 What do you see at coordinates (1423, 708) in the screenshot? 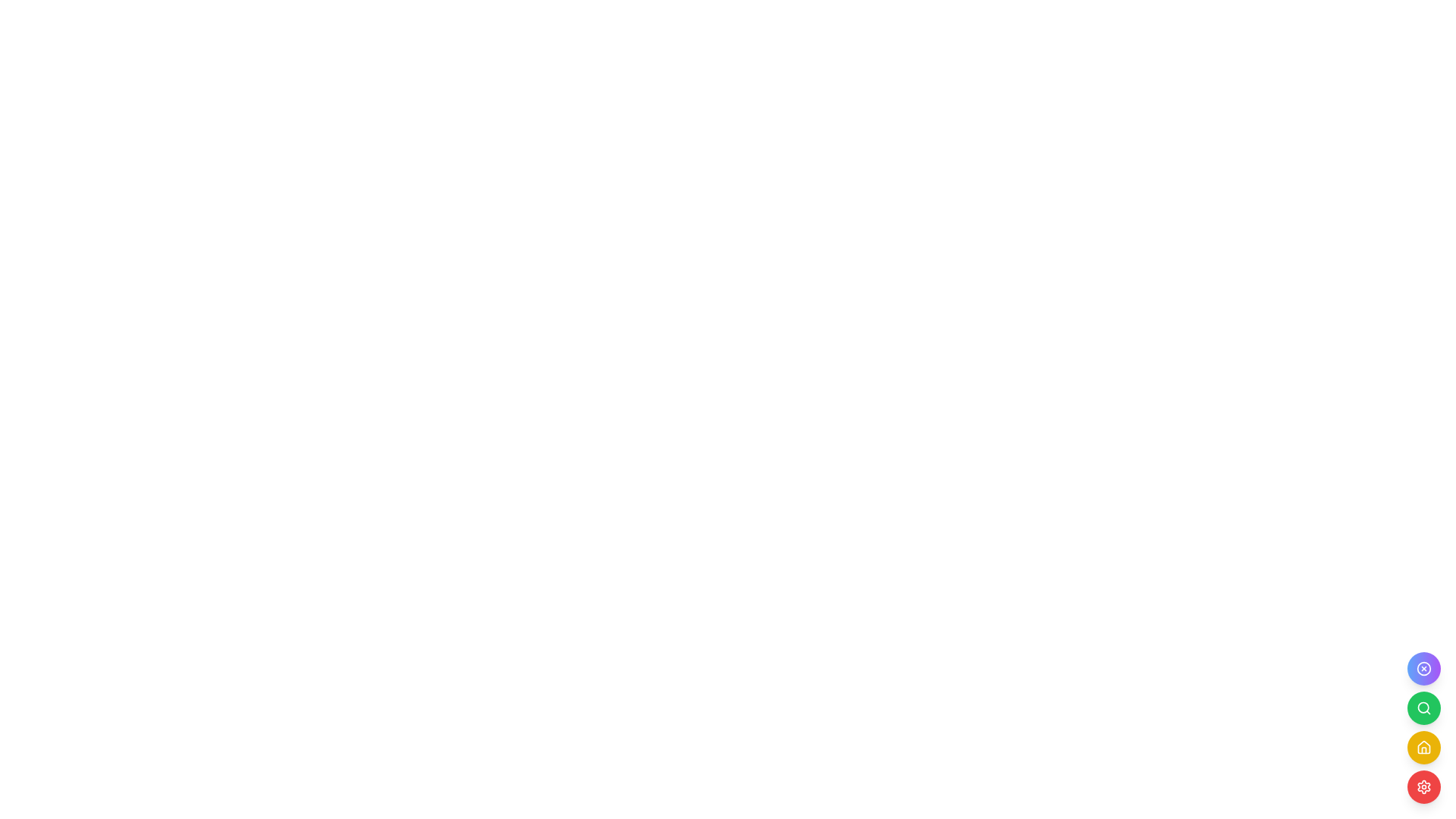
I see `the search icon button, which is a white magnifying glass on a green circular background, located second in a vertical stack of buttons on the right side of the interface` at bounding box center [1423, 708].